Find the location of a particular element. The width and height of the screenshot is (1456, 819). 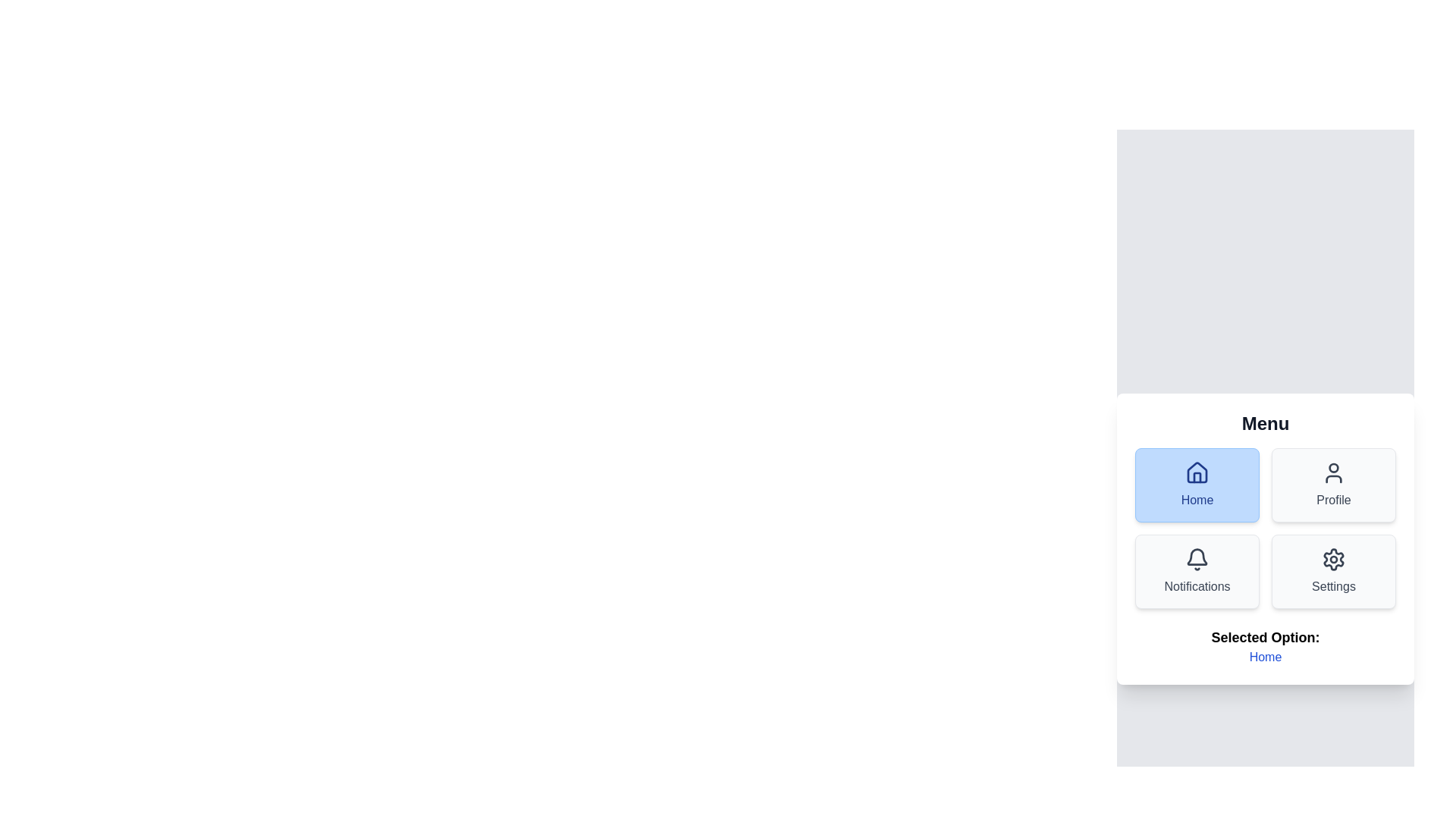

the menu option Settings is located at coordinates (1332, 571).